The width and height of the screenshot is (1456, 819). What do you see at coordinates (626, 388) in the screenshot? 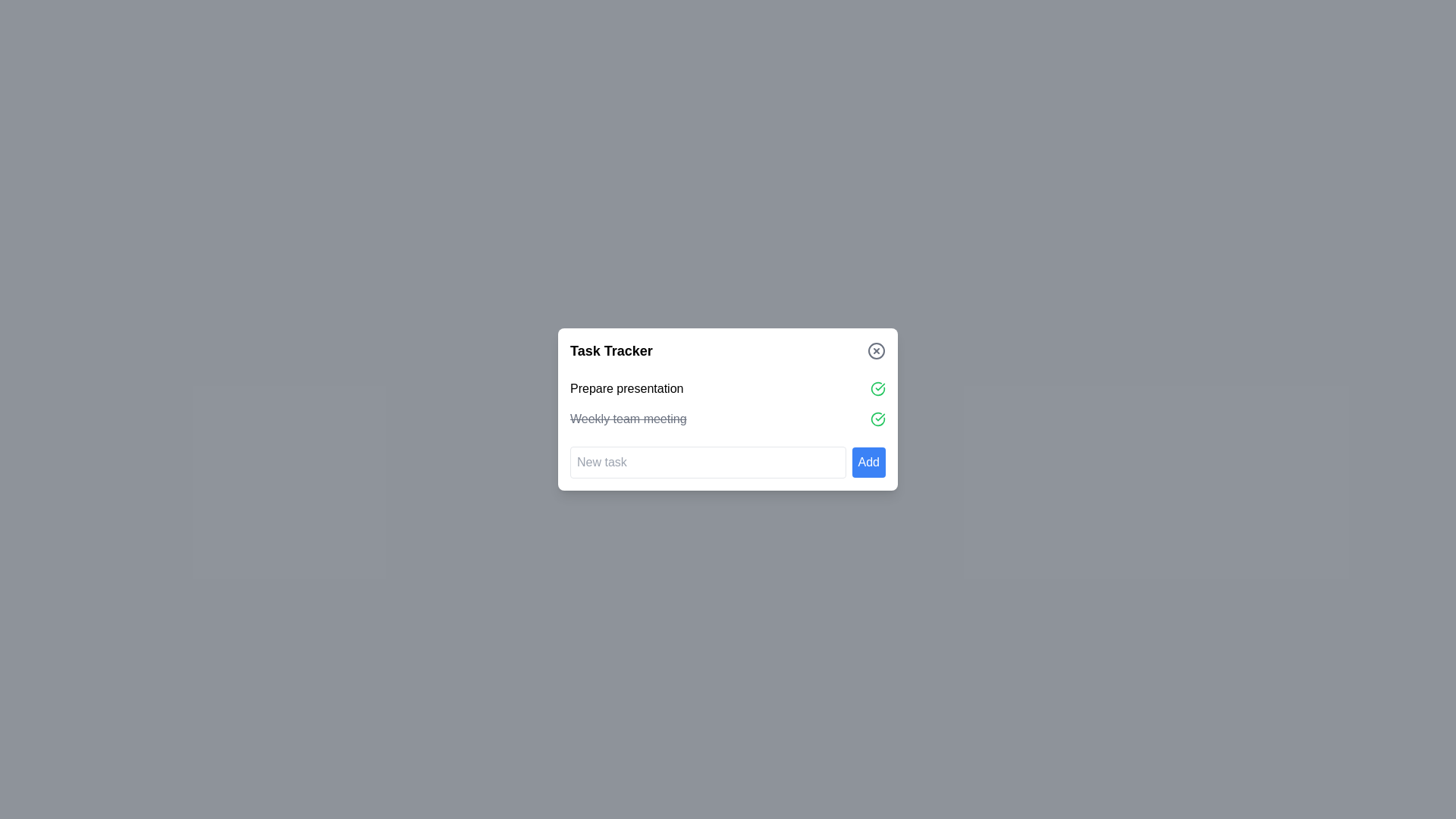
I see `the text label reading 'Prepare presentation'` at bounding box center [626, 388].